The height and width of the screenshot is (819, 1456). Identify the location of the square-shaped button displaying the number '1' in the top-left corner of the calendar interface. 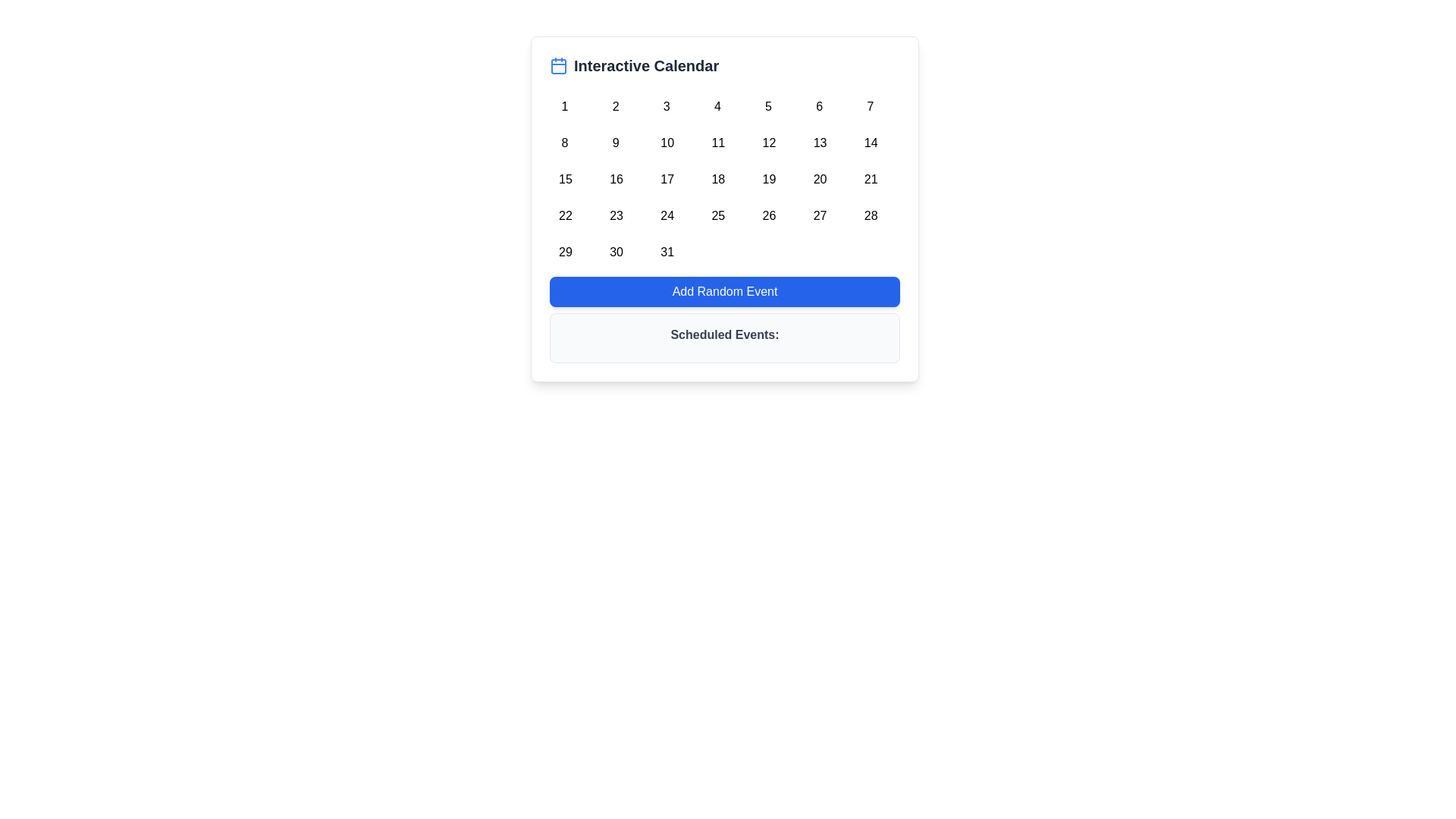
(563, 103).